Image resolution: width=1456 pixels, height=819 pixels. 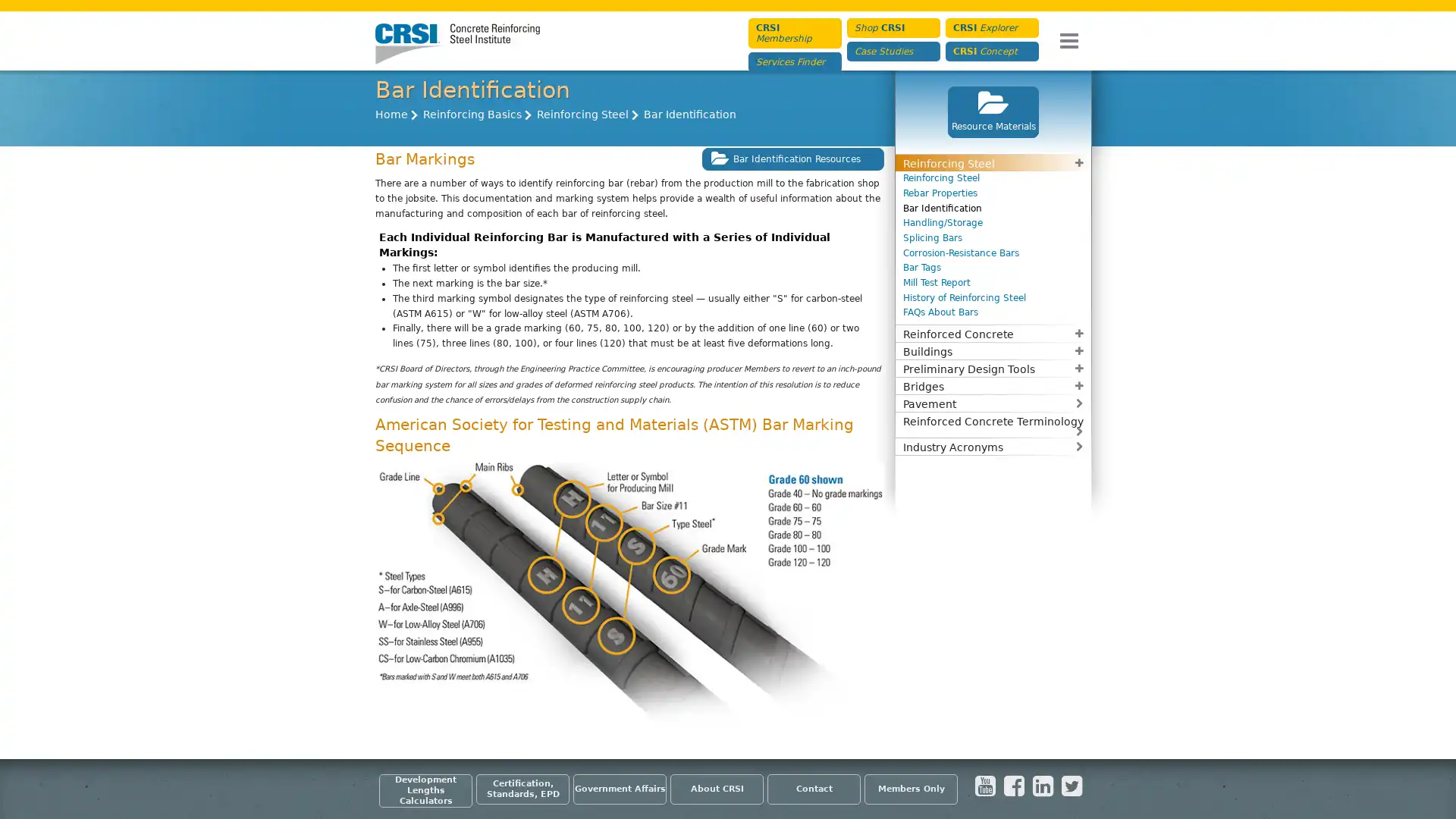 What do you see at coordinates (893, 51) in the screenshot?
I see `Case Studies` at bounding box center [893, 51].